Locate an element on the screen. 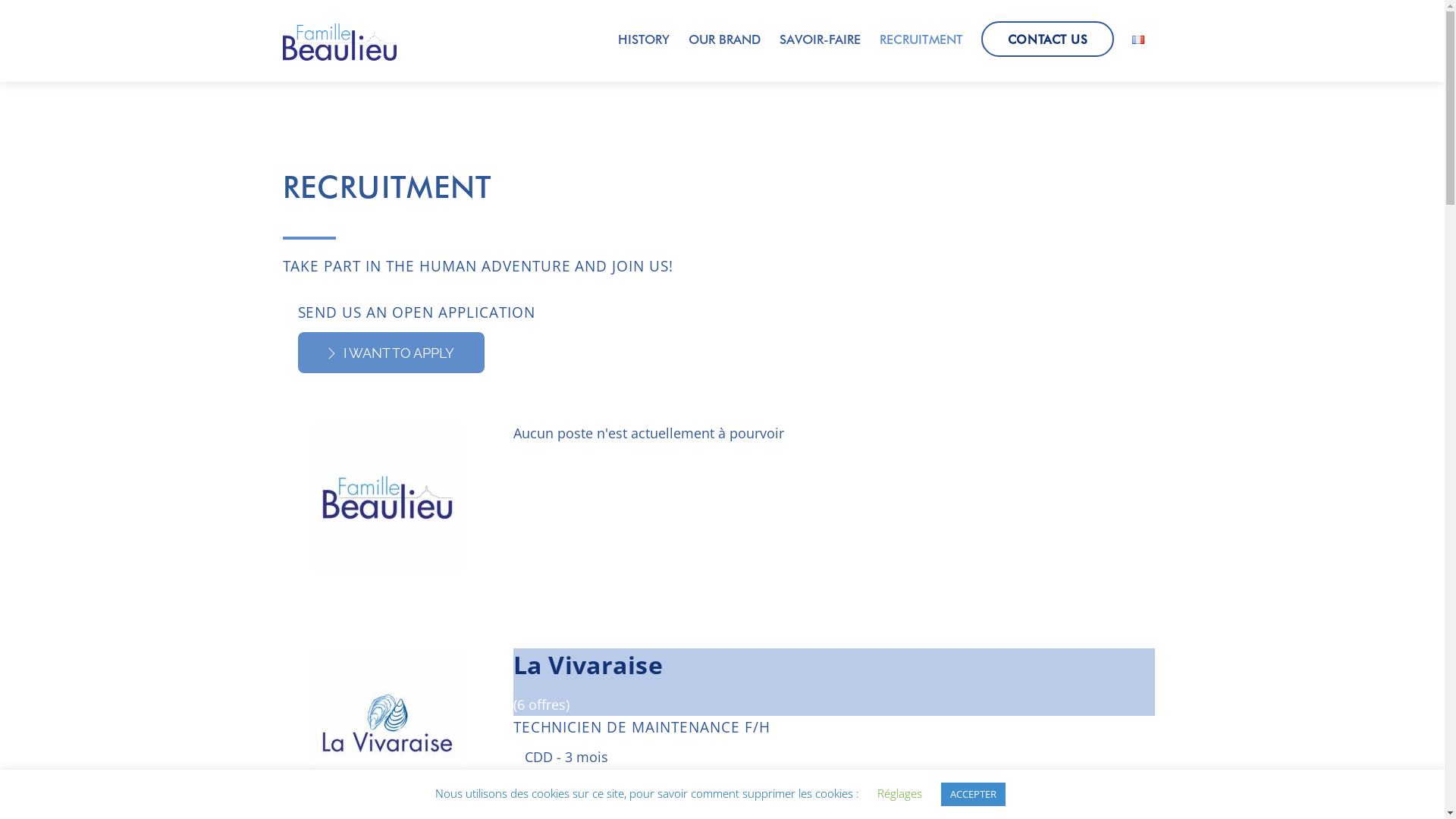 The image size is (1456, 819). 'HISTORY' is located at coordinates (644, 39).